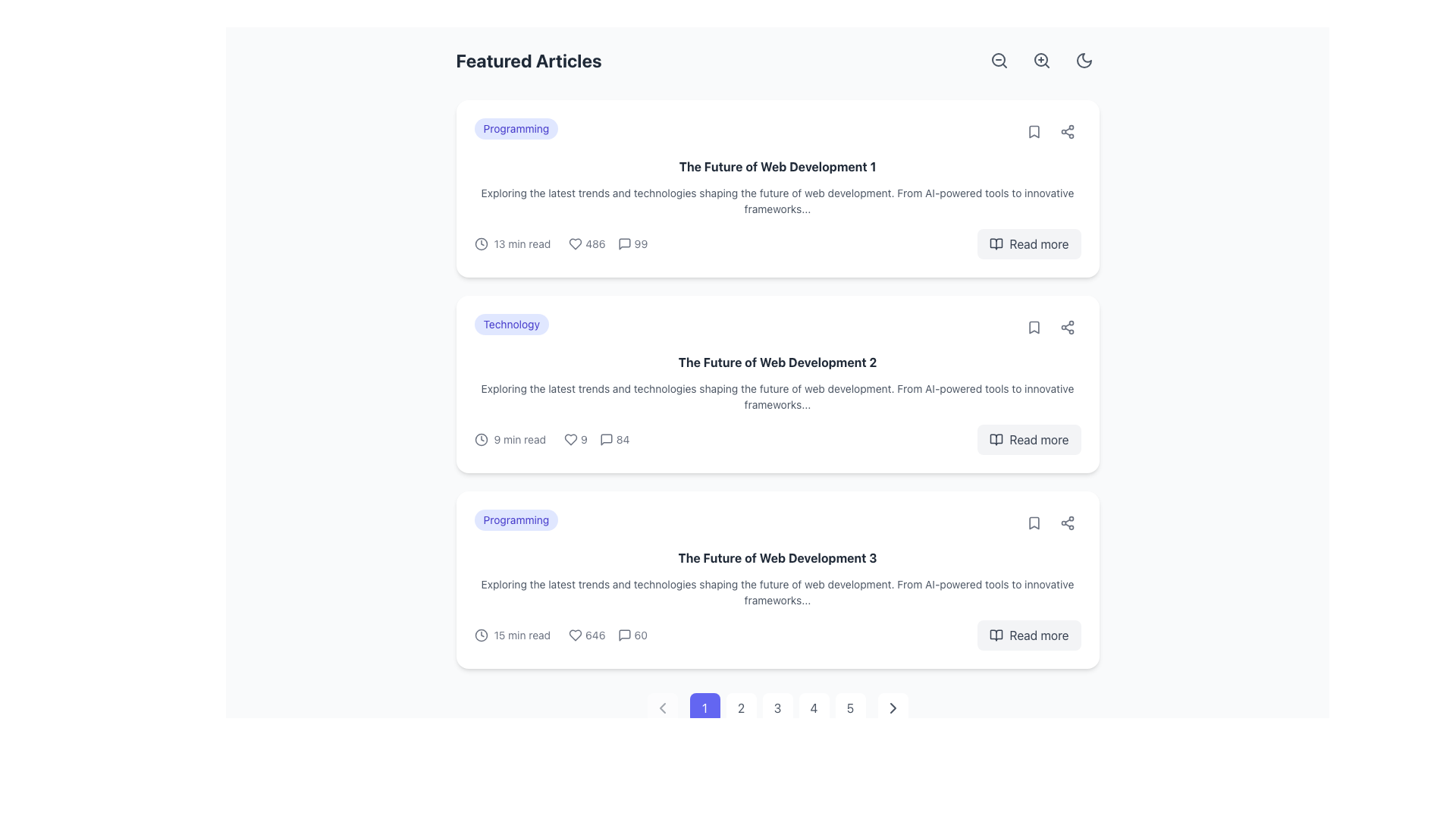  Describe the element at coordinates (777, 396) in the screenshot. I see `the text block styled with a light gray font that reads: 'Exploring the latest trends and technologies shaping the future of web development.' It is located directly underneath the title 'The Future of Web Development 2'` at that location.